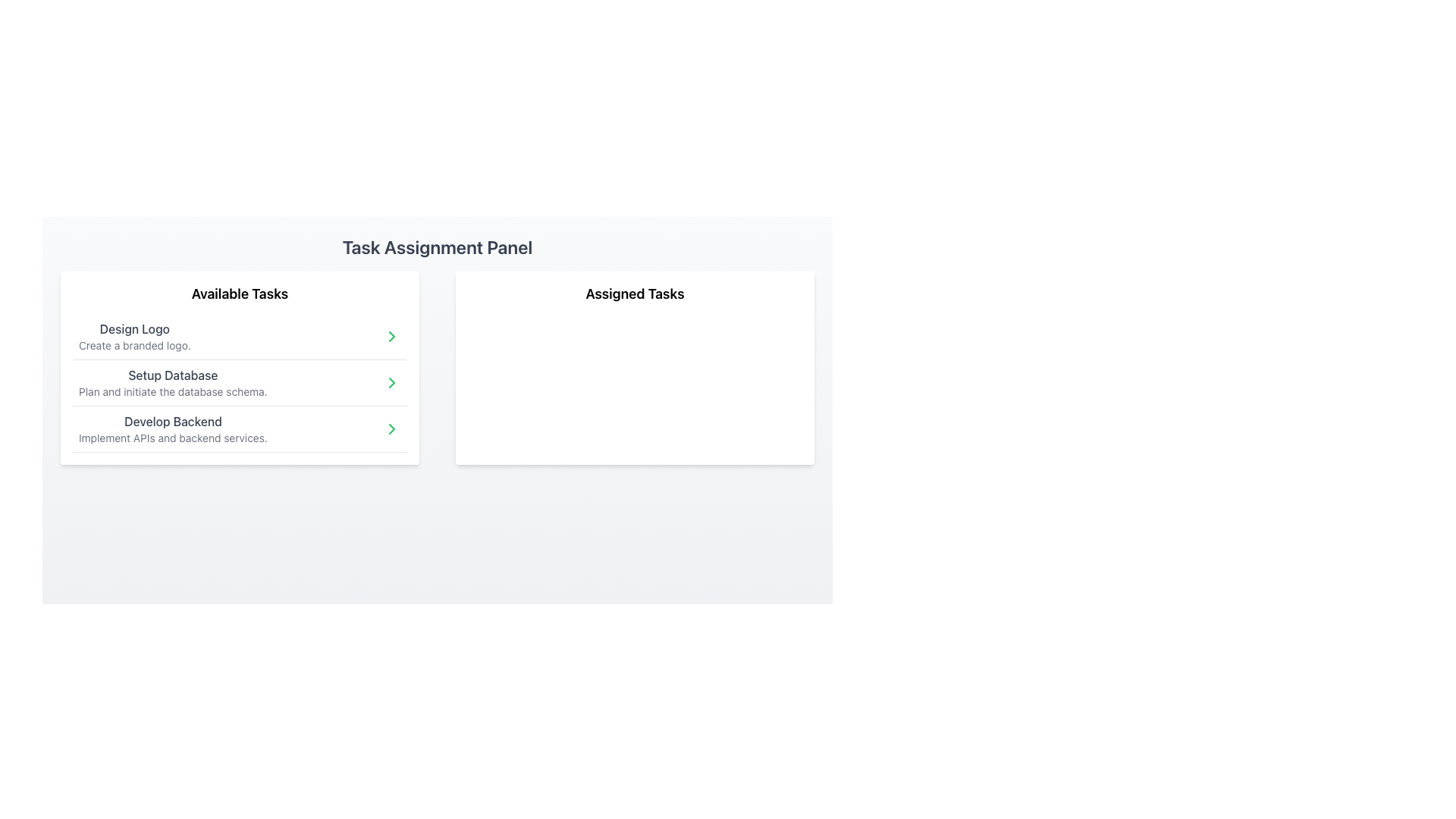  What do you see at coordinates (173, 429) in the screenshot?
I see `the 'Develop Backend' task text block in the 'Available Tasks' section` at bounding box center [173, 429].